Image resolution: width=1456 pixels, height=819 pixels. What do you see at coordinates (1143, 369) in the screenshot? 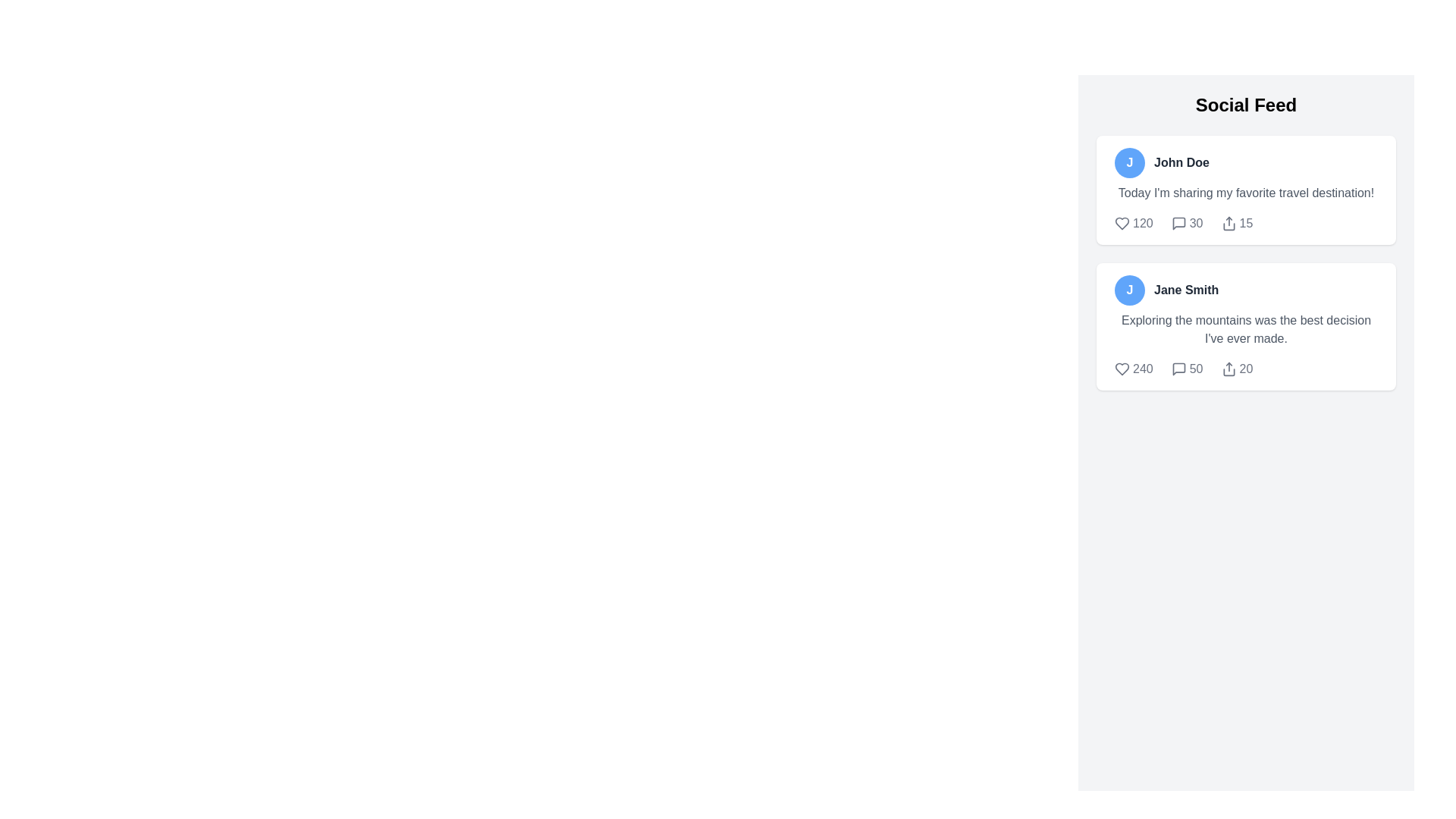
I see `numeric value displayed in the label element showing '240', located within the second post of the social feed, to the right of a heart-shaped icon` at bounding box center [1143, 369].